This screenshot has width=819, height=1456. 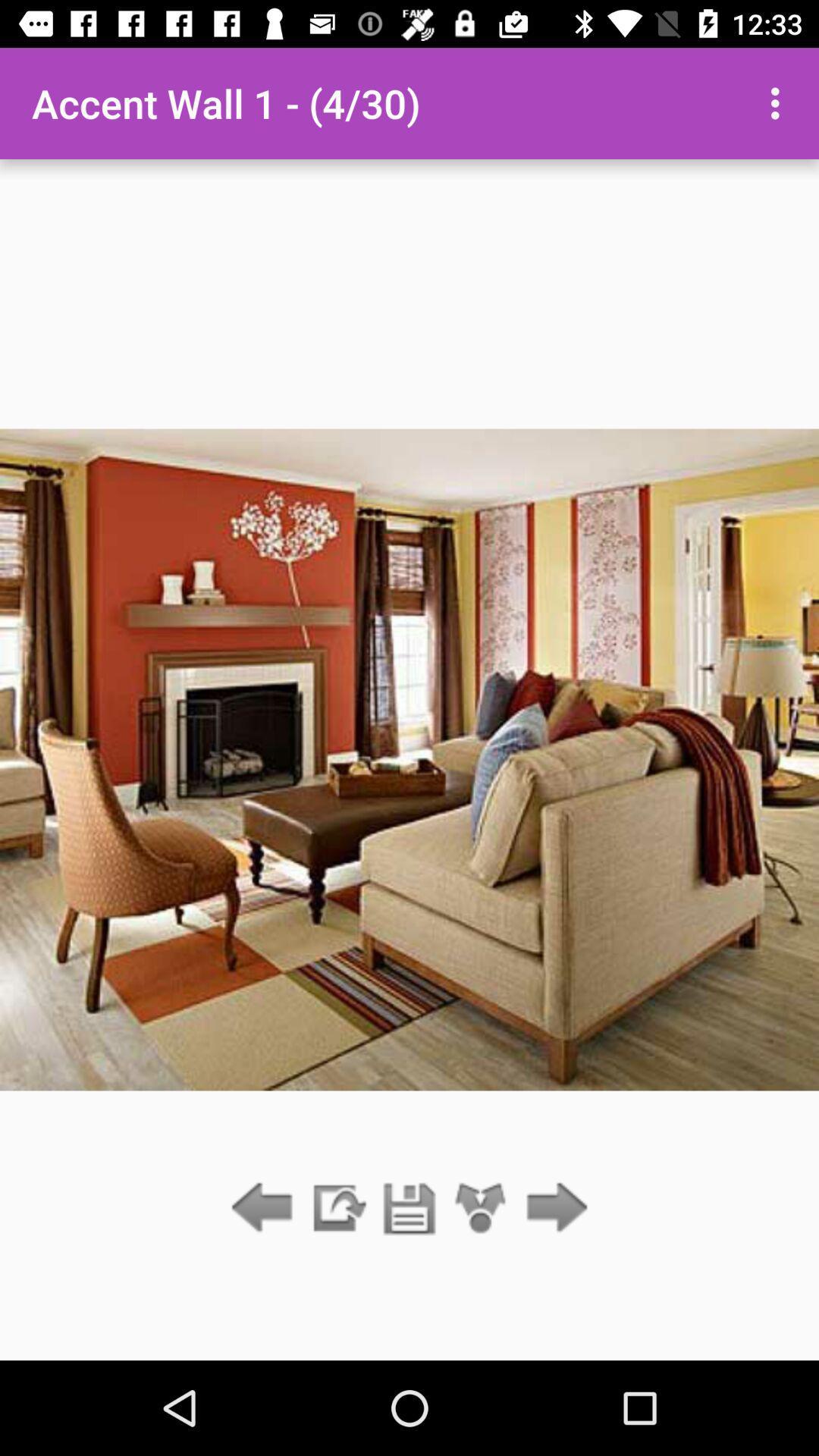 I want to click on information, so click(x=337, y=1208).